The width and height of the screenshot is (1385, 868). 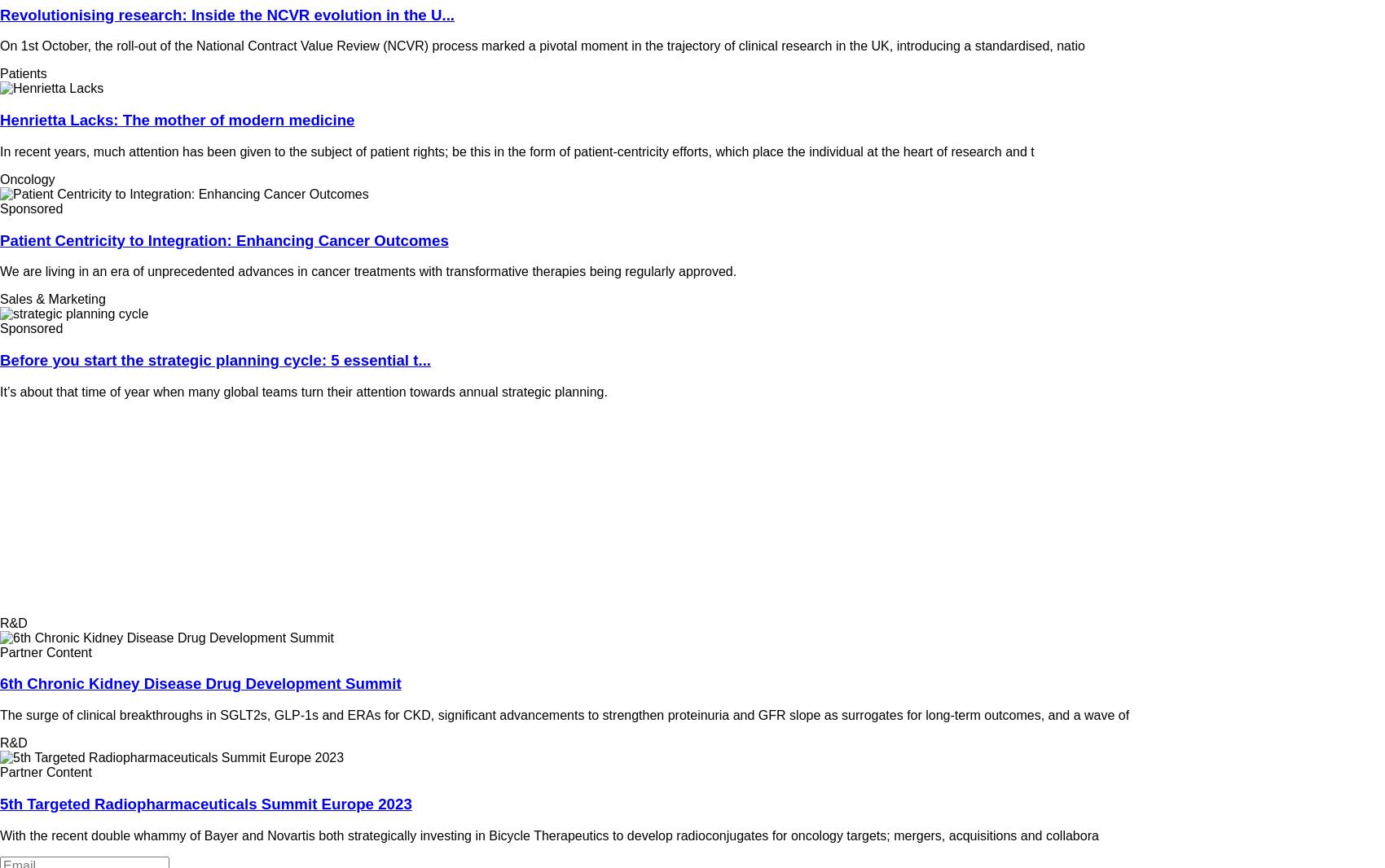 I want to click on 'Patients', so click(x=0, y=72).